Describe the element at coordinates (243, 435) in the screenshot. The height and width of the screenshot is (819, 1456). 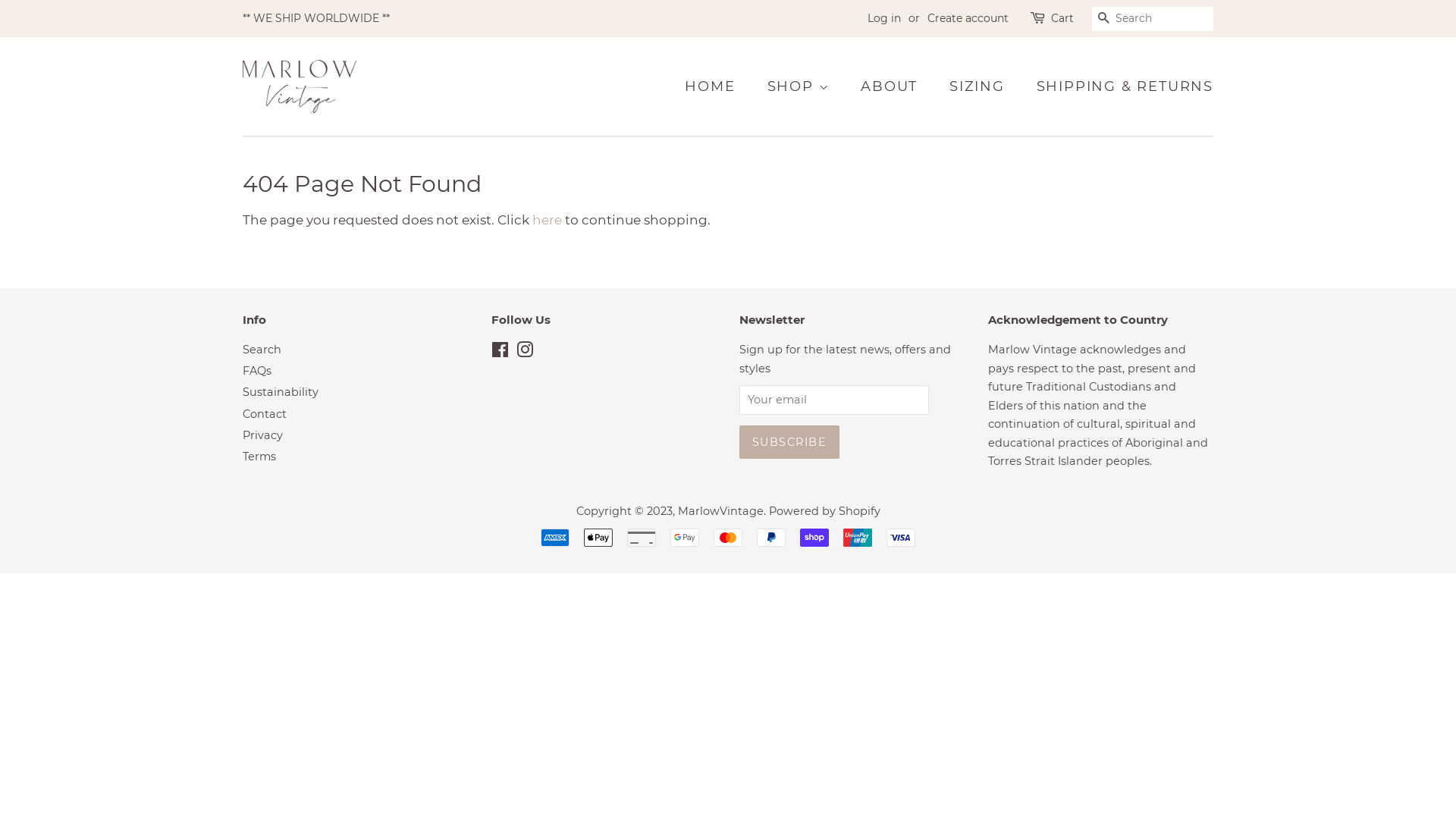
I see `'Privacy'` at that location.